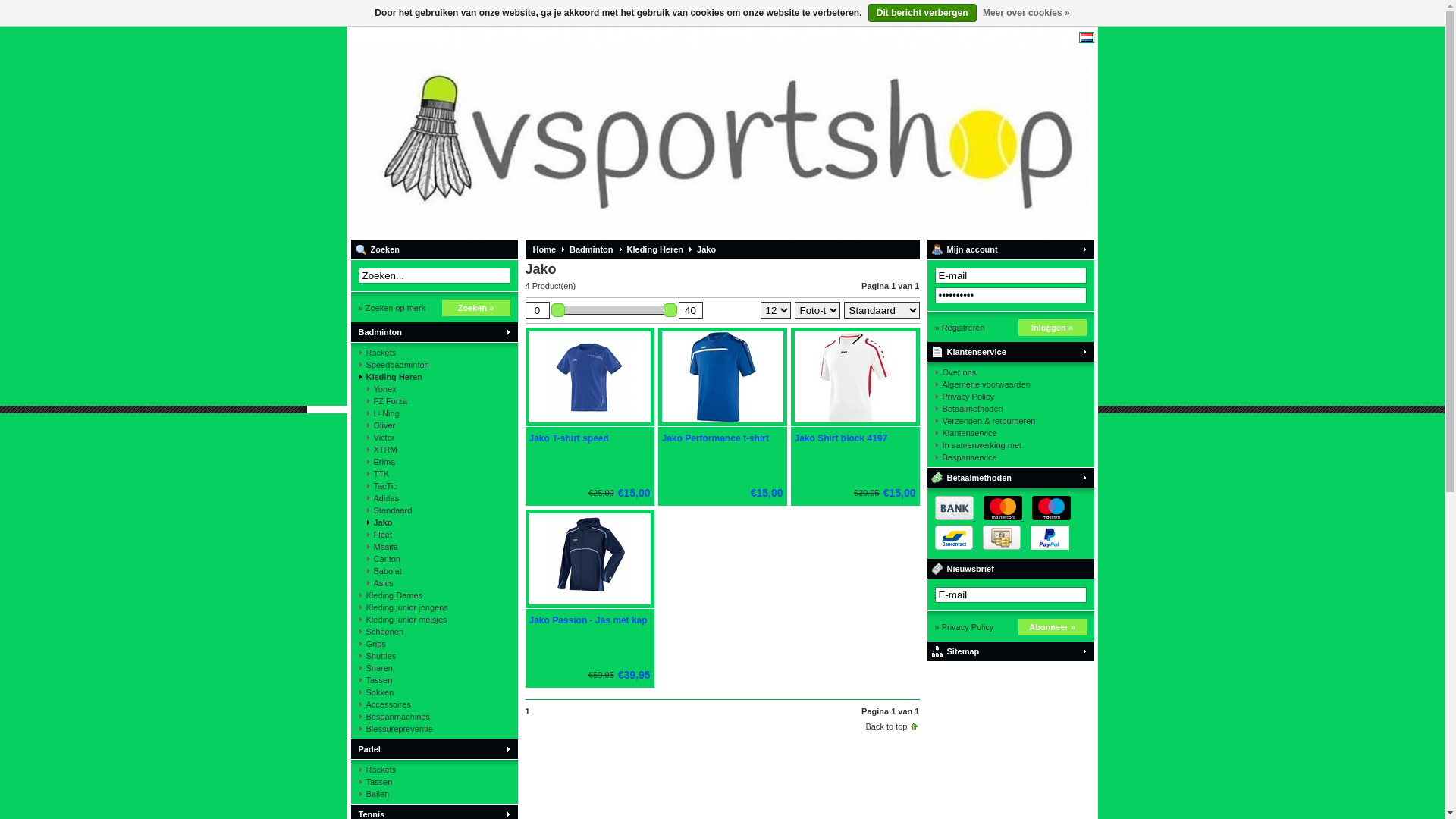  Describe the element at coordinates (356, 769) in the screenshot. I see `'Rackets'` at that location.